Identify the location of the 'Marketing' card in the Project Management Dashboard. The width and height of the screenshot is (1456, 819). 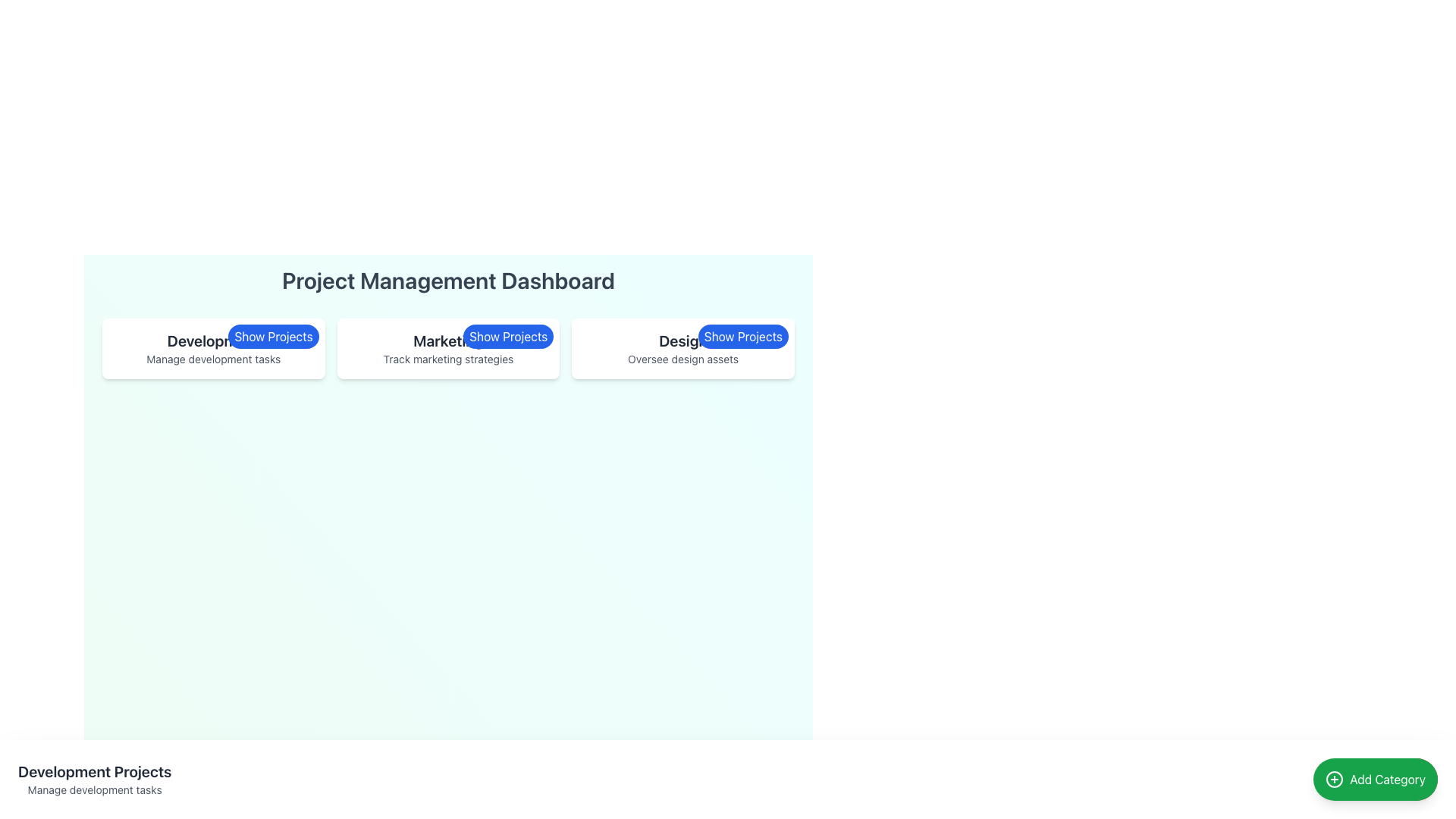
(447, 348).